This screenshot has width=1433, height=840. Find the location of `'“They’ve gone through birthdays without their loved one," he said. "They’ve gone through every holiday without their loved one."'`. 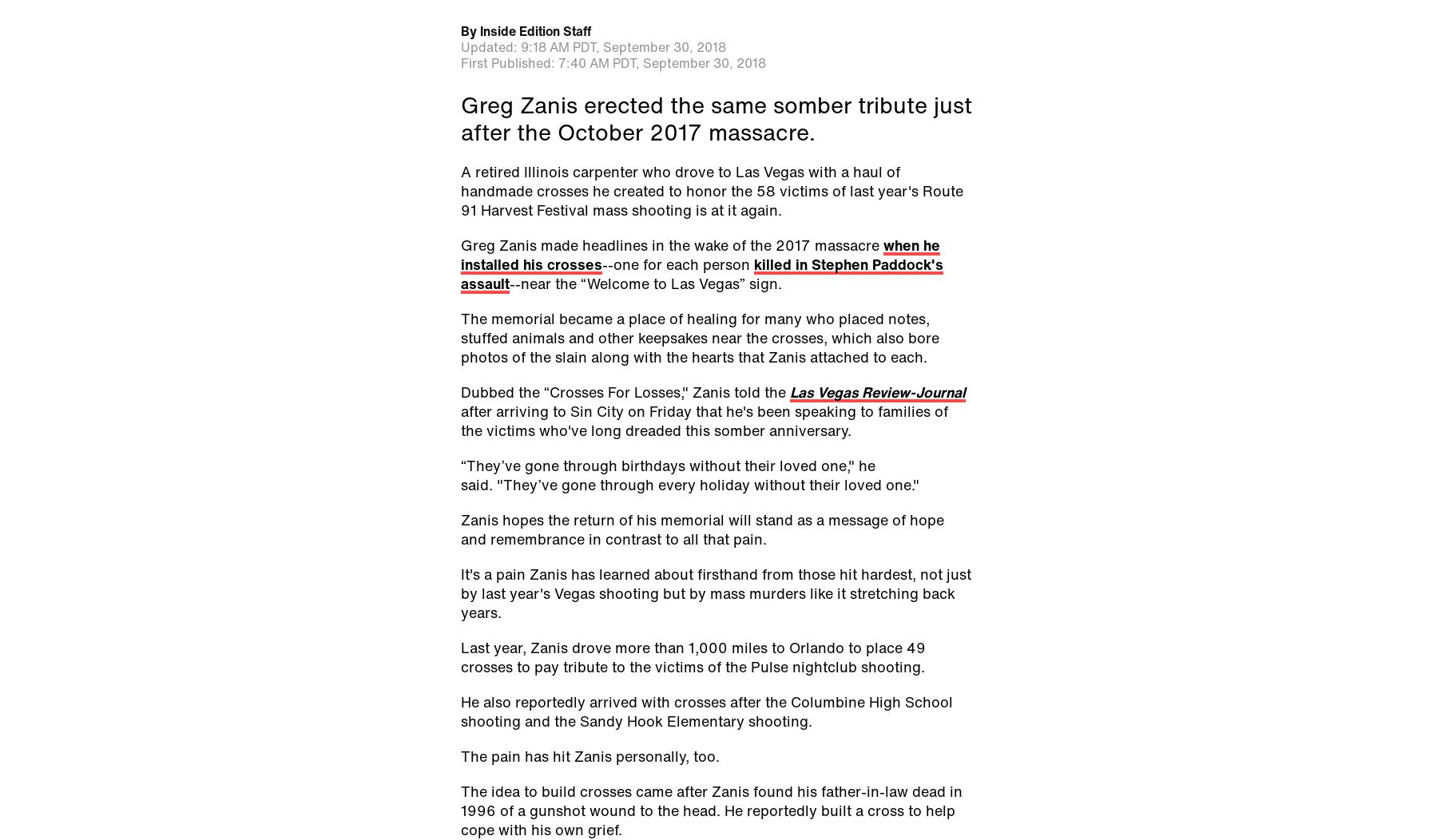

'“They’ve gone through birthdays without their loved one," he said. "They’ve gone through every holiday without their loved one."' is located at coordinates (689, 473).